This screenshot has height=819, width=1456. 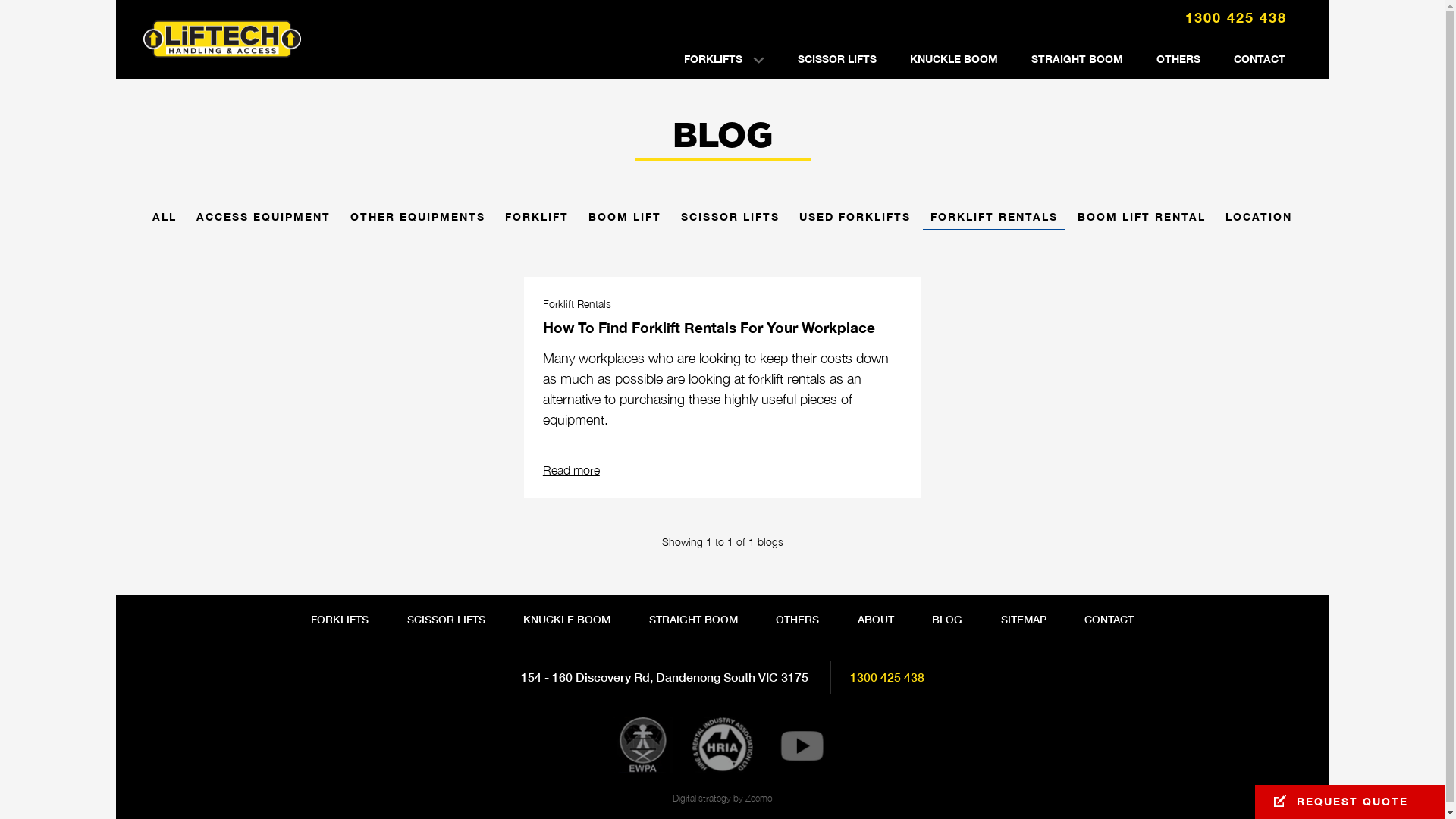 What do you see at coordinates (570, 469) in the screenshot?
I see `'Read more'` at bounding box center [570, 469].